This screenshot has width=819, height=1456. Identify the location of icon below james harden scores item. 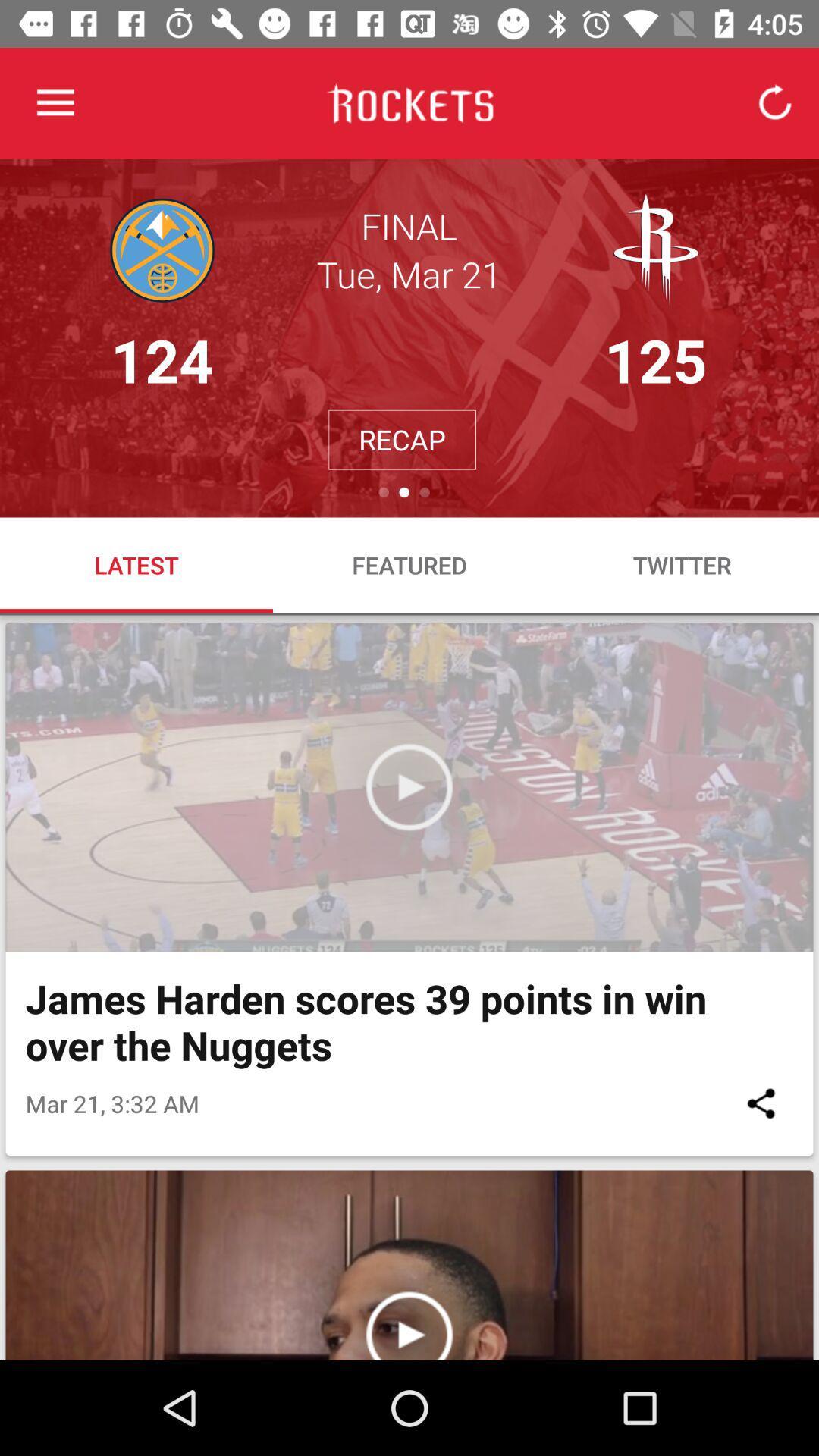
(761, 1103).